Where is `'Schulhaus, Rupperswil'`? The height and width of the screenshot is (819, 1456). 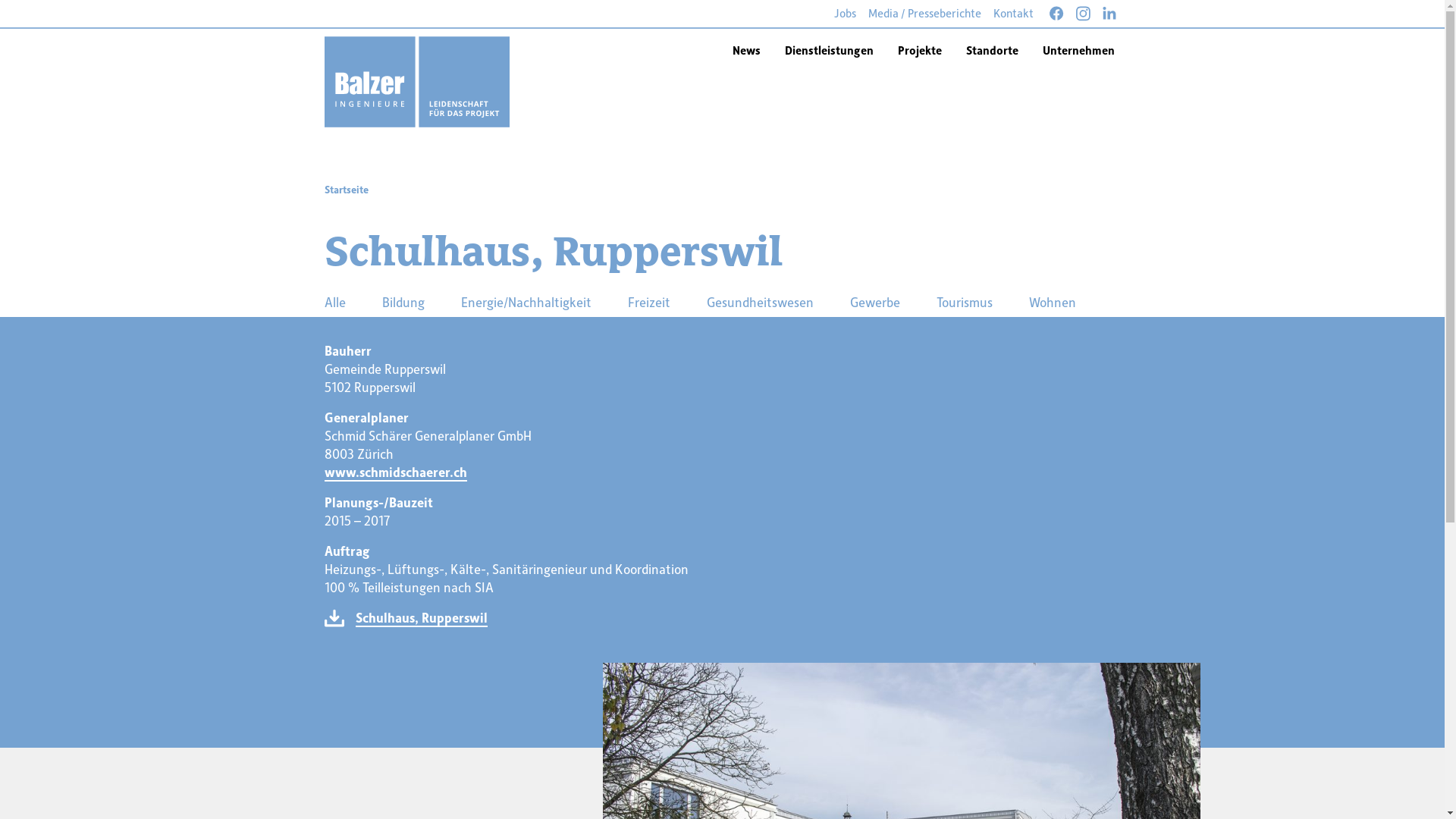 'Schulhaus, Rupperswil' is located at coordinates (421, 617).